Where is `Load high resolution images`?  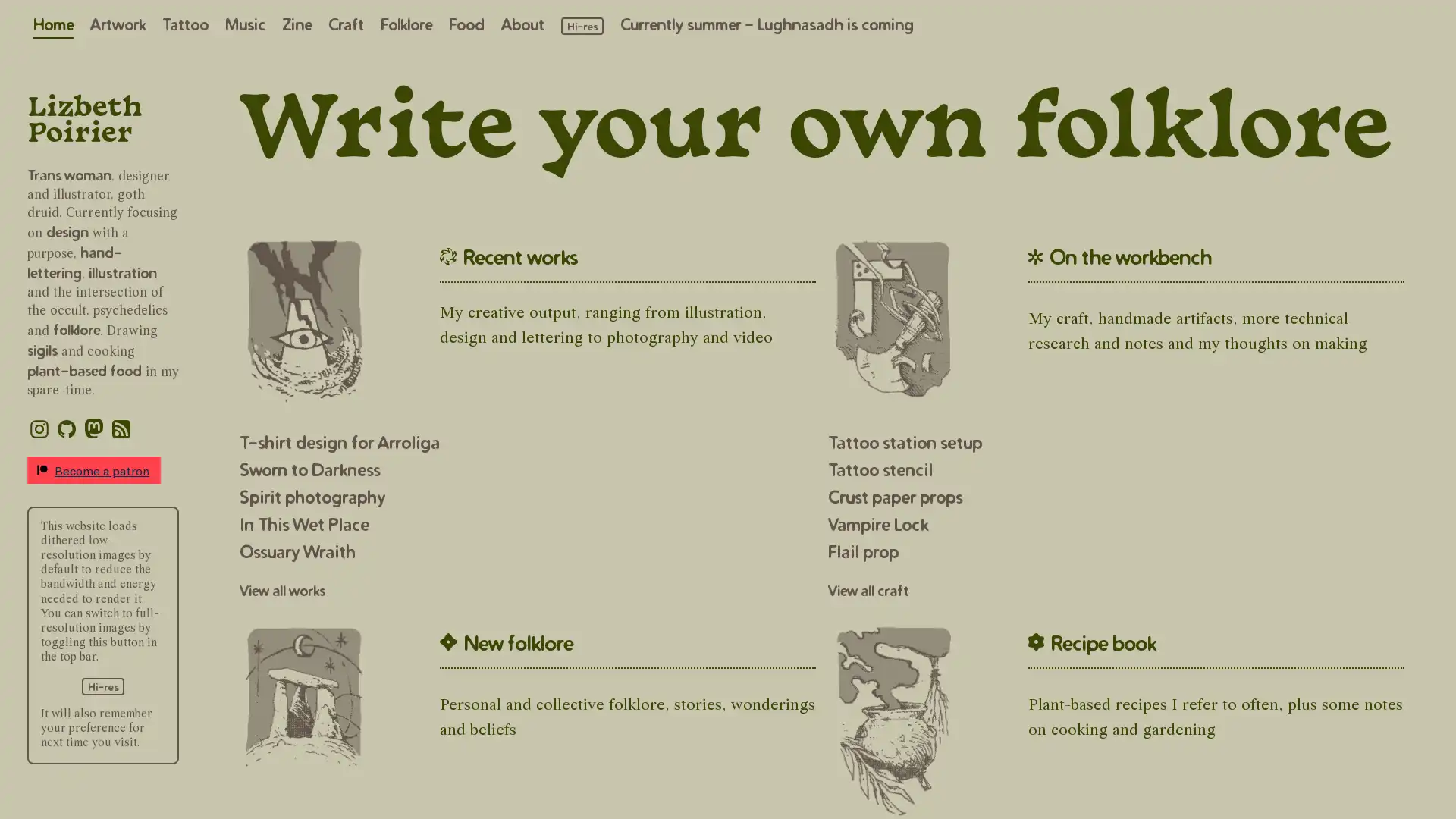
Load high resolution images is located at coordinates (582, 26).